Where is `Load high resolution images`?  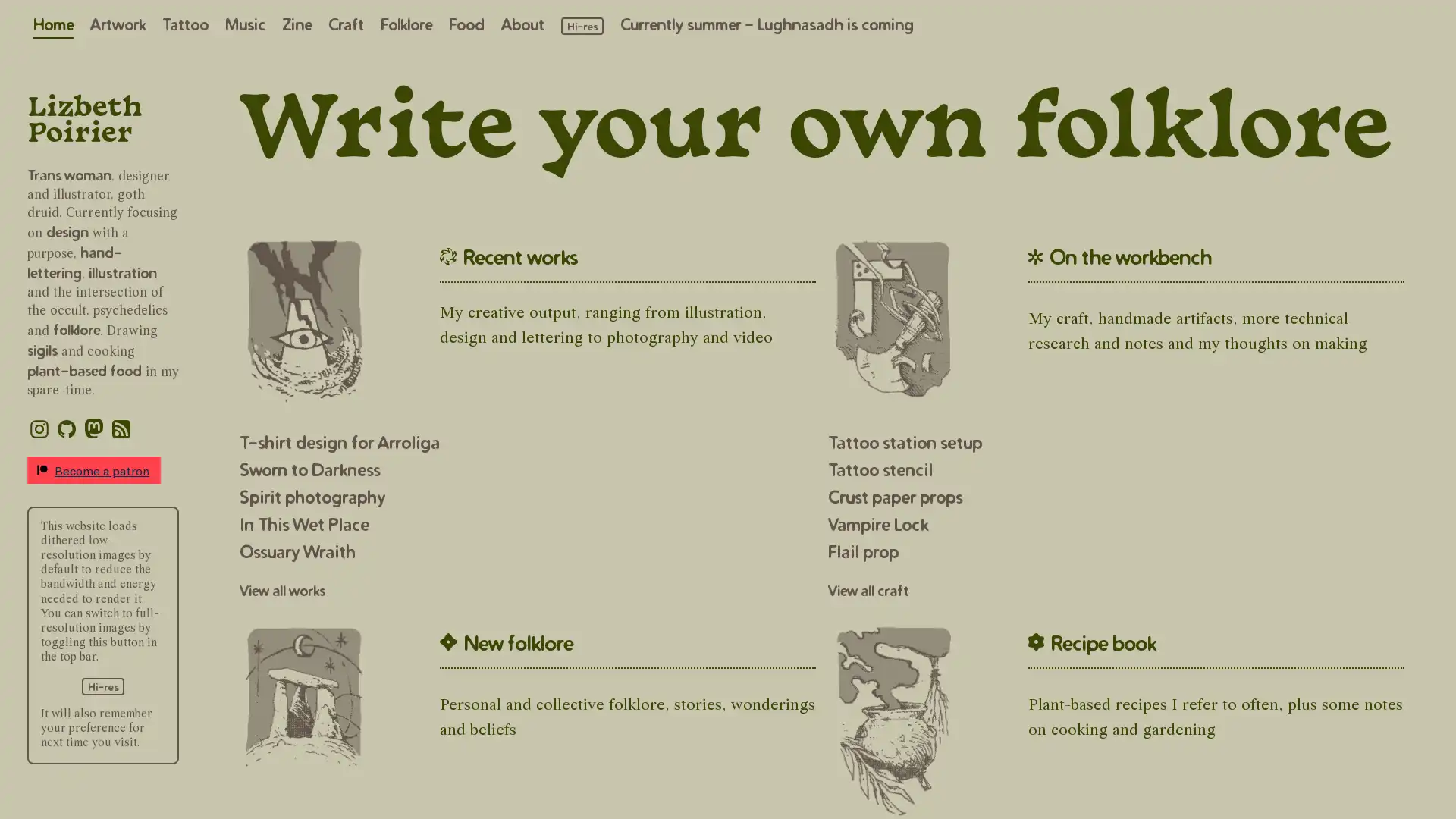
Load high resolution images is located at coordinates (582, 26).